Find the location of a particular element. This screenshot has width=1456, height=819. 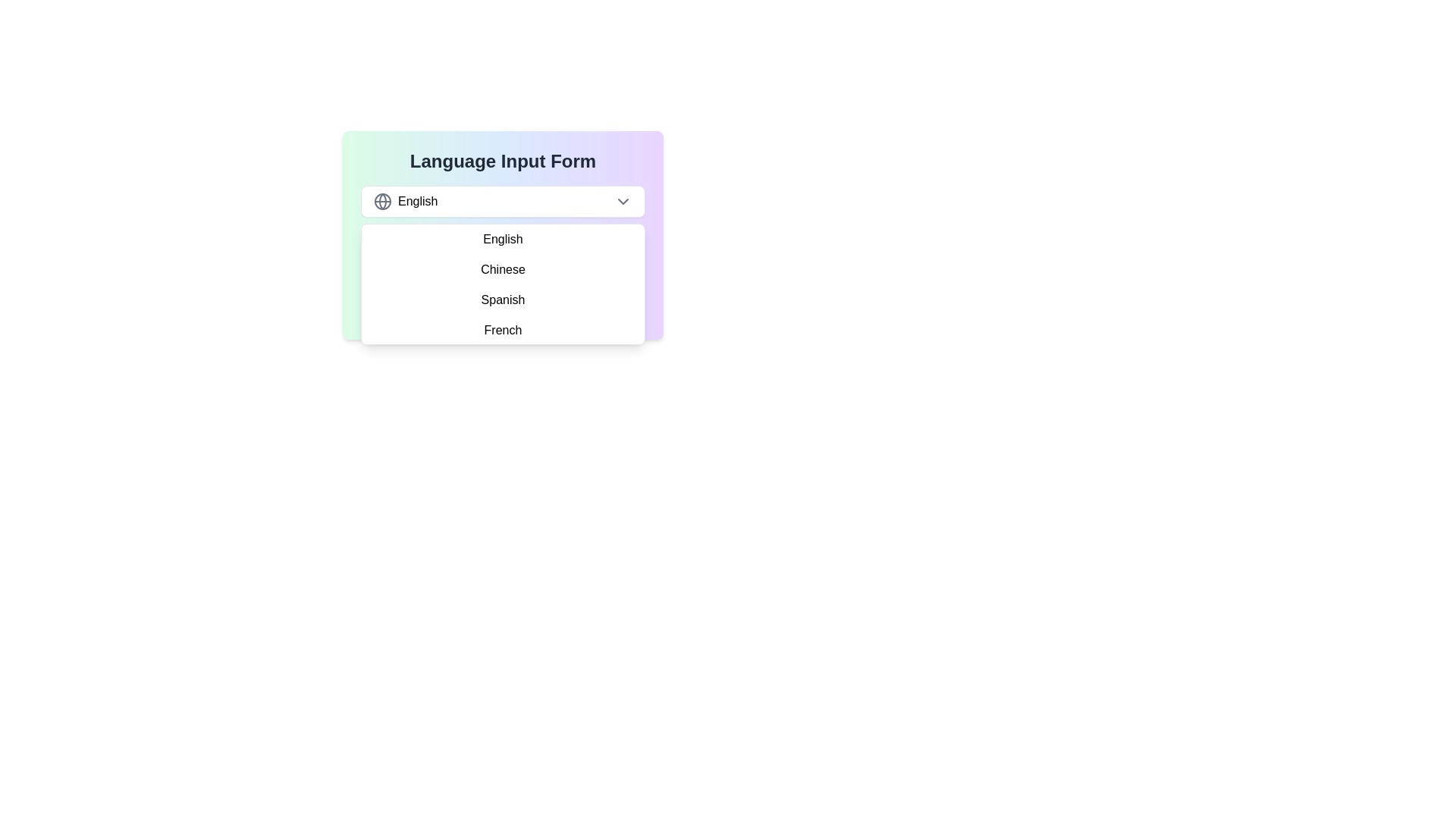

the globe-shaped icon with a circular outline, located to the left of the 'English' text in the language selection interface is located at coordinates (382, 201).